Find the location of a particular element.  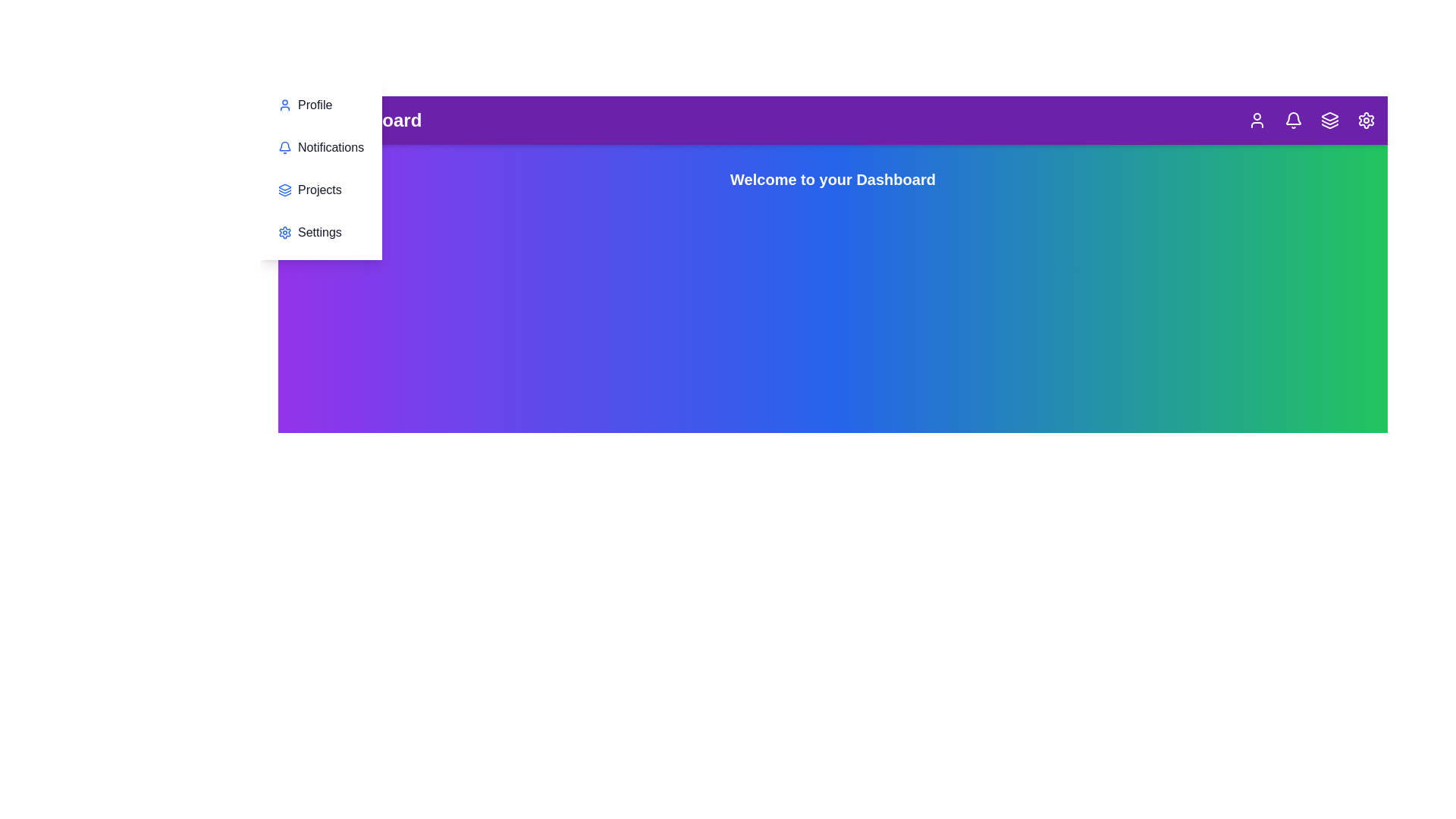

the menu item Projects in the sidebar is located at coordinates (319, 189).